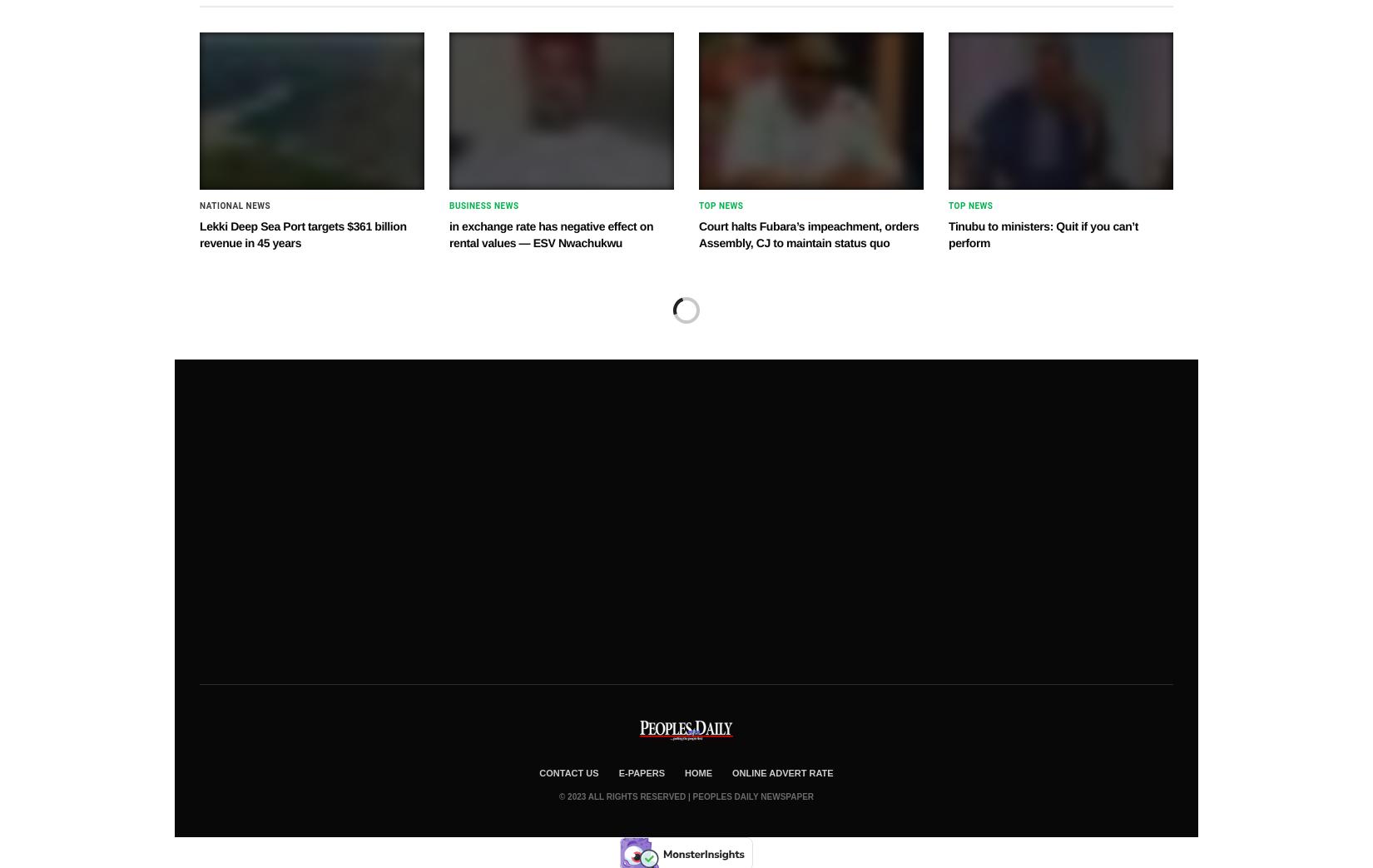 This screenshot has height=868, width=1373. I want to click on 'Online Advert Rate', so click(782, 771).